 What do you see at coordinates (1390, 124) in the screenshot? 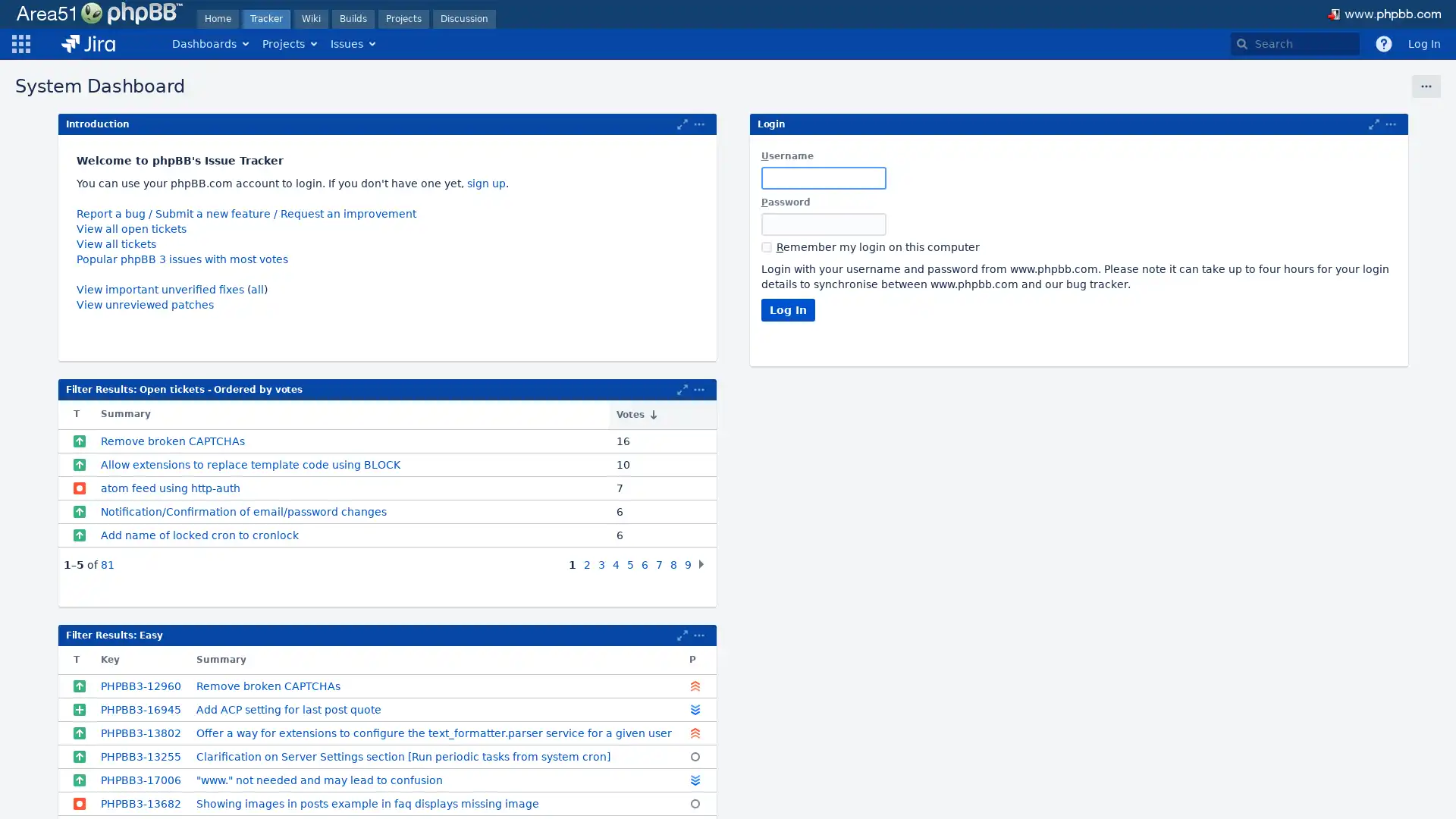
I see `Expand` at bounding box center [1390, 124].